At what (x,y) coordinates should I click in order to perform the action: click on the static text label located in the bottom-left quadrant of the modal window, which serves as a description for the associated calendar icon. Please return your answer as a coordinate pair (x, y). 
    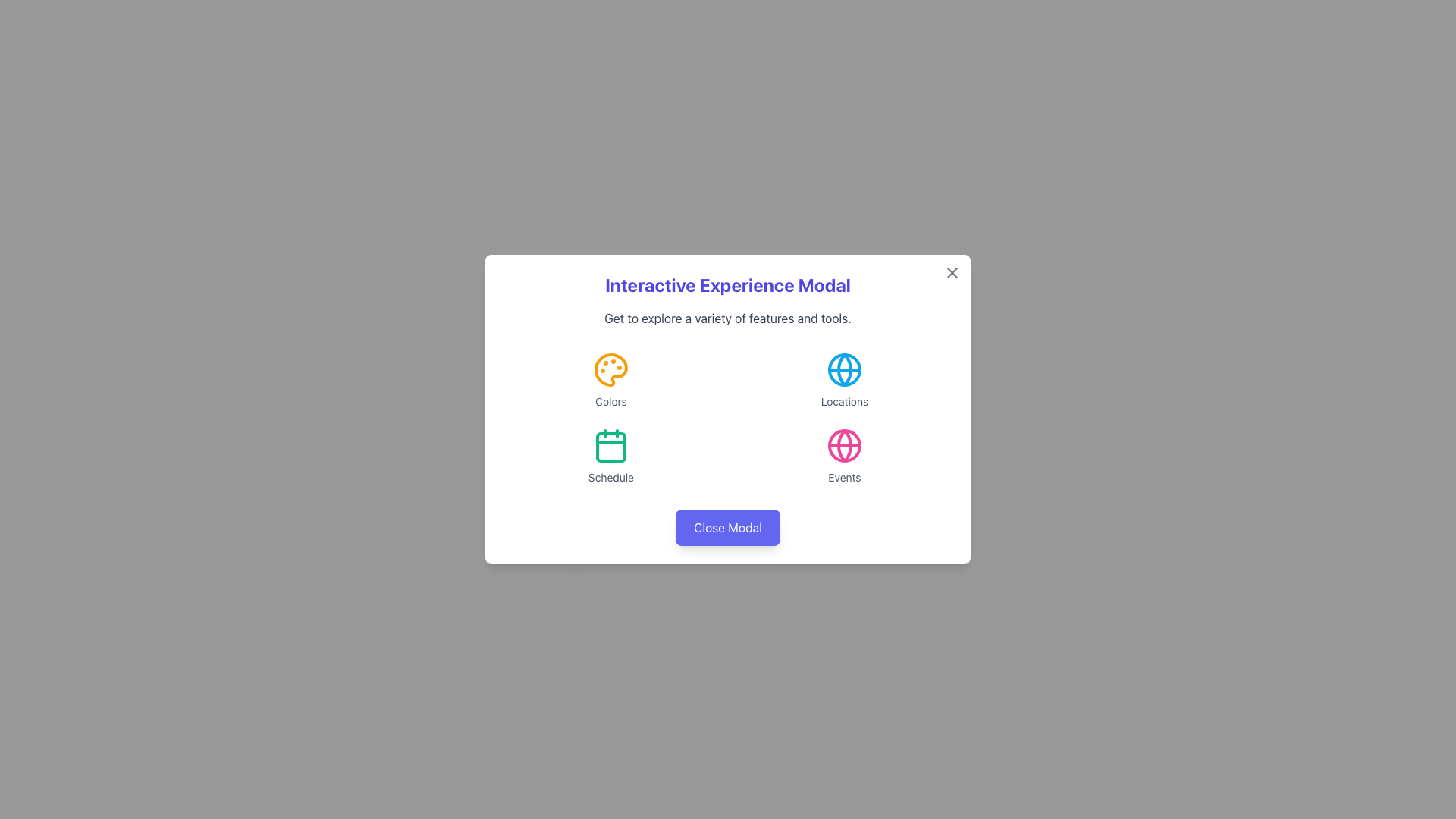
    Looking at the image, I should click on (611, 476).